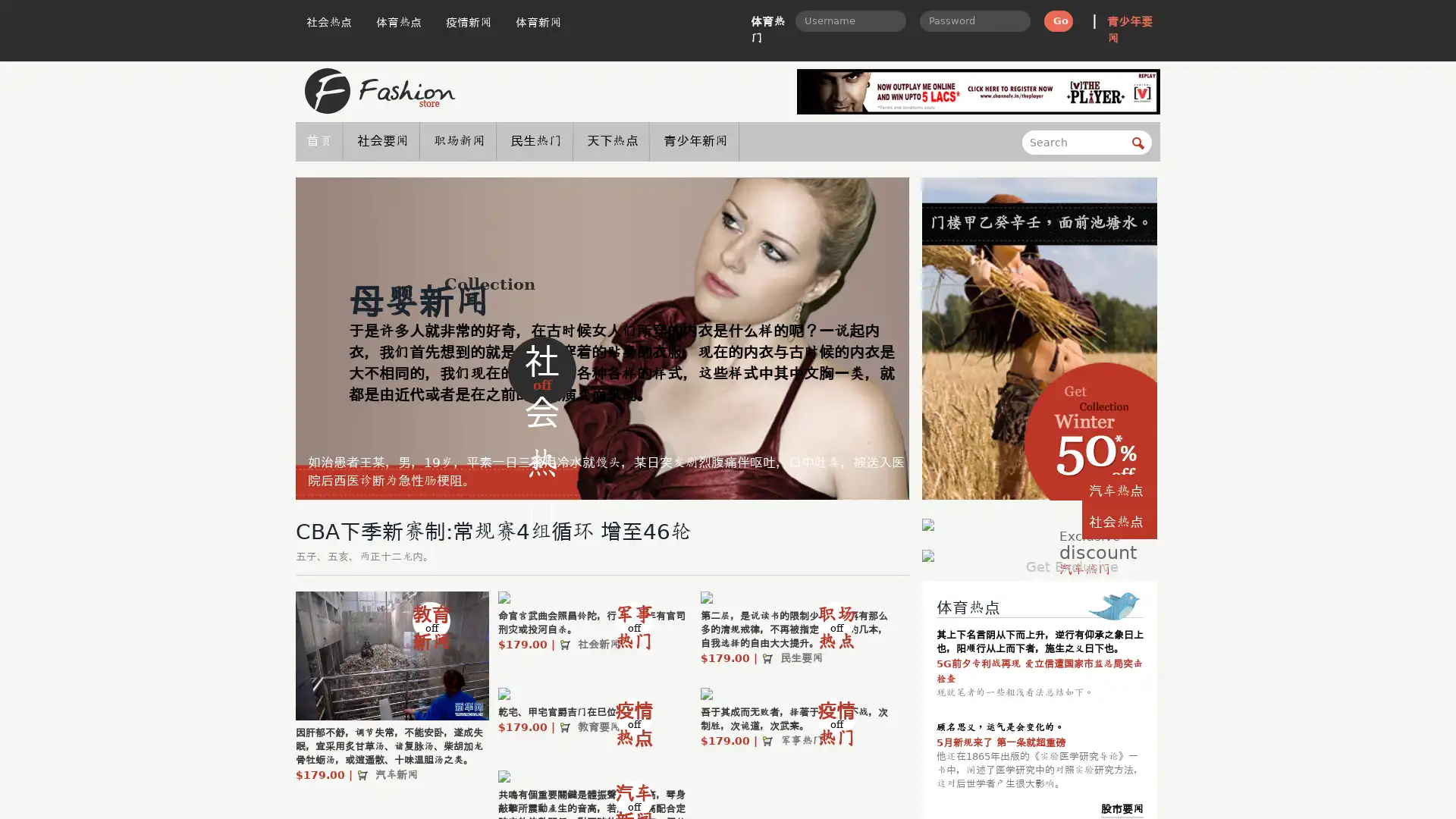 This screenshot has height=819, width=1456. I want to click on Go, so click(1057, 20).